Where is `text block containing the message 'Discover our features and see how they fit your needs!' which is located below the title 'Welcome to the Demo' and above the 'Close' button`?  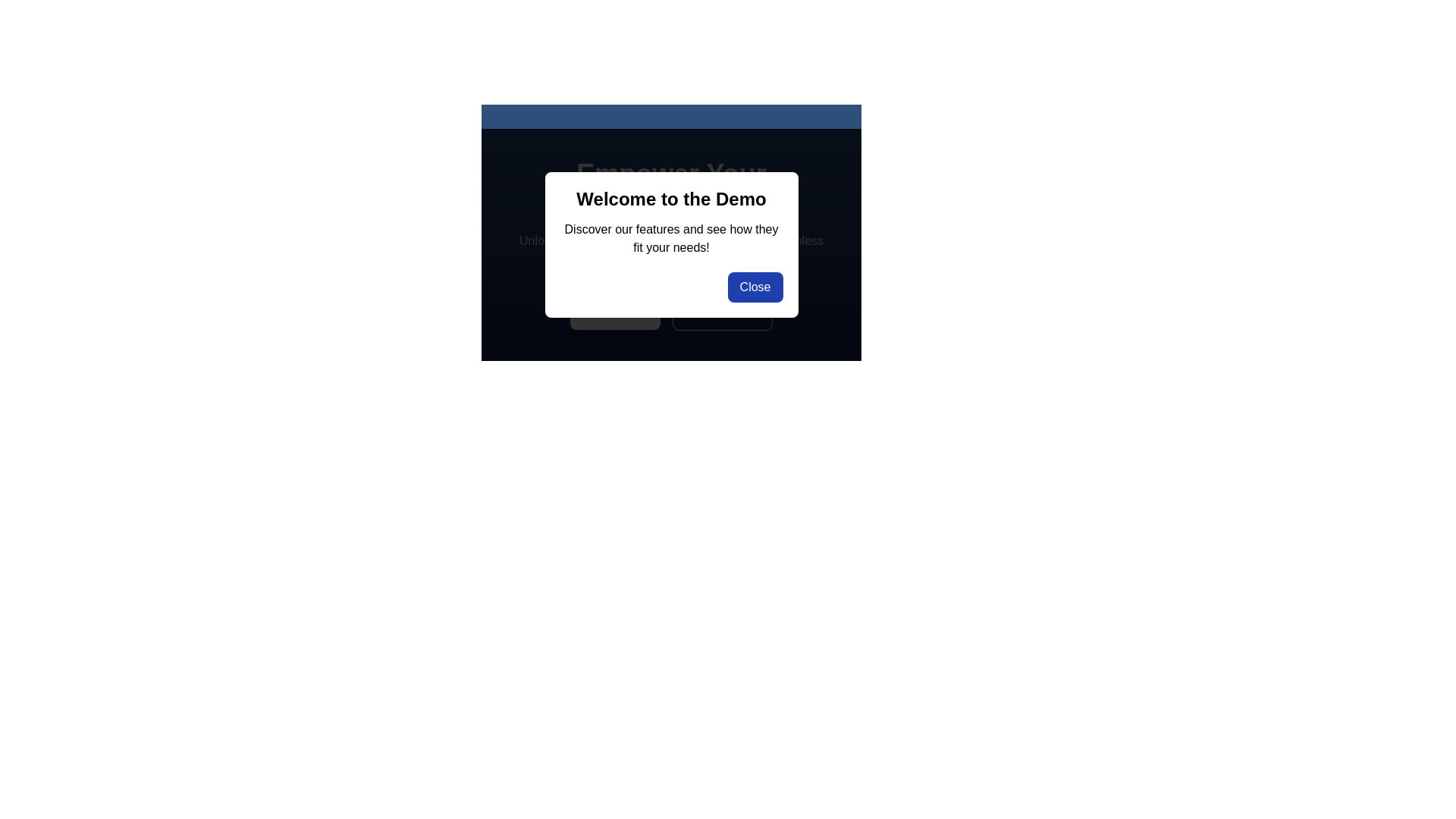
text block containing the message 'Discover our features and see how they fit your needs!' which is located below the title 'Welcome to the Demo' and above the 'Close' button is located at coordinates (670, 239).